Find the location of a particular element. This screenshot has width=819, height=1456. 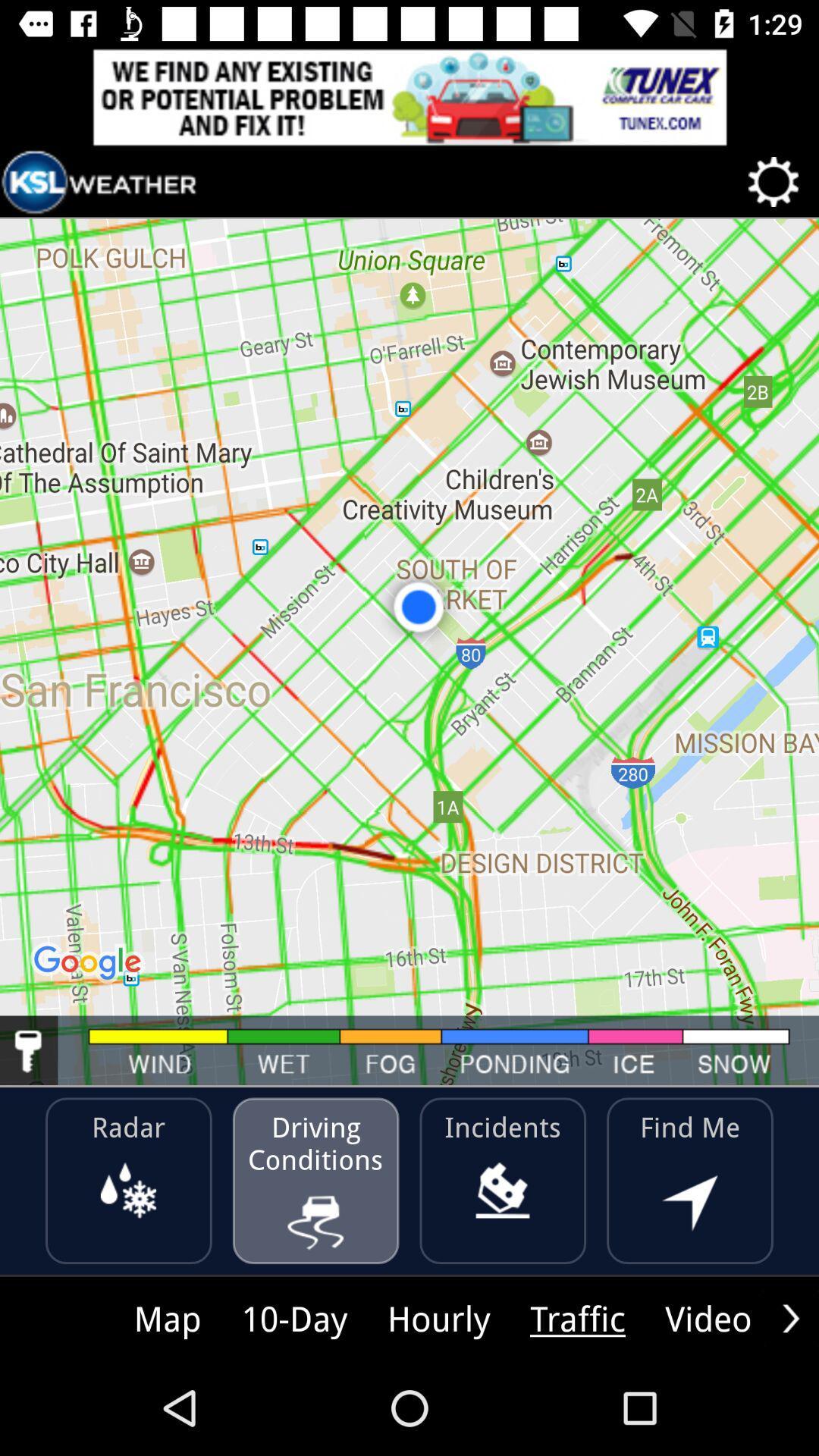

the arrow_forward icon is located at coordinates (790, 1317).